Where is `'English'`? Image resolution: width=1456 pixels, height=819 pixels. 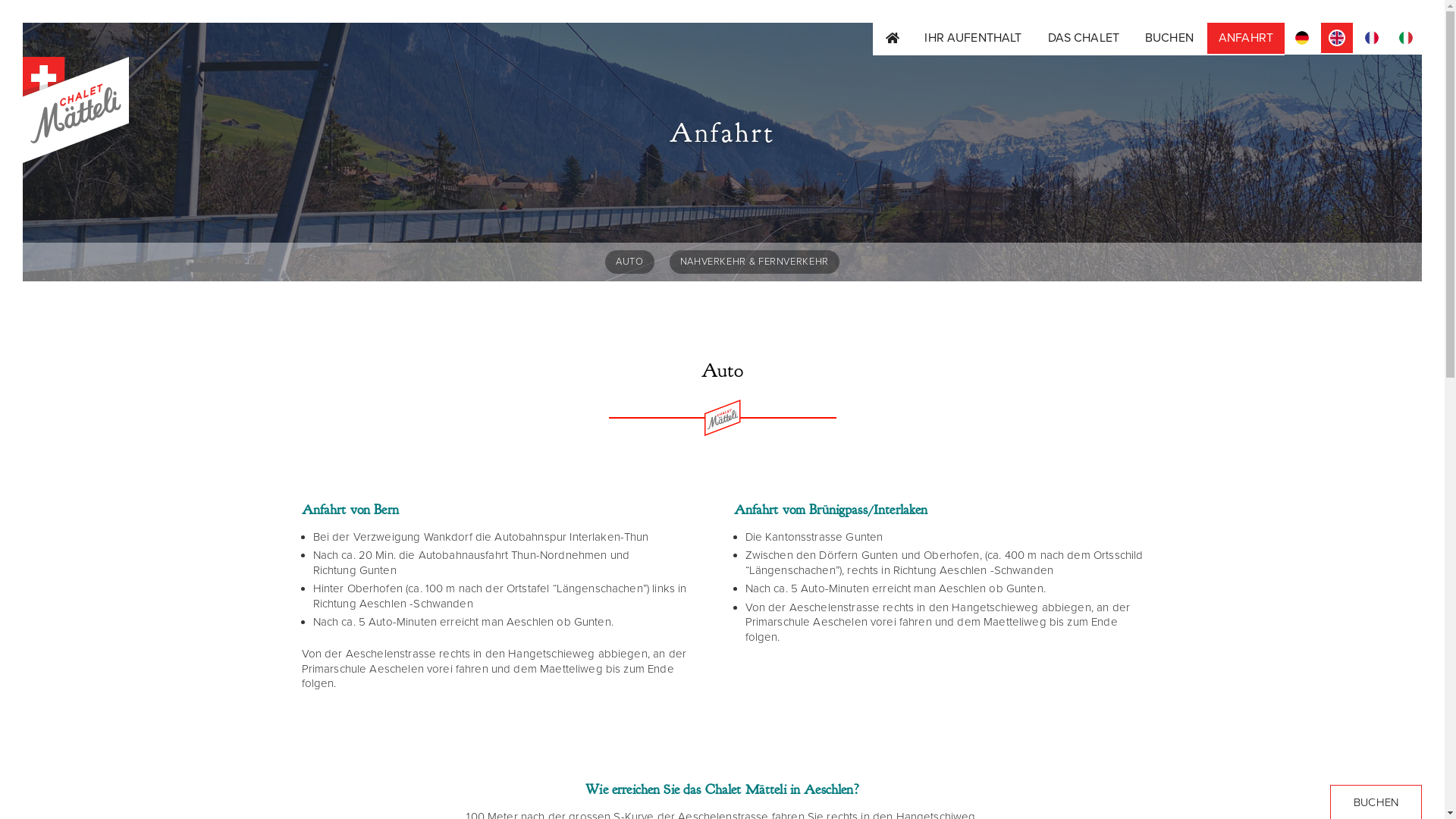
'English' is located at coordinates (1336, 37).